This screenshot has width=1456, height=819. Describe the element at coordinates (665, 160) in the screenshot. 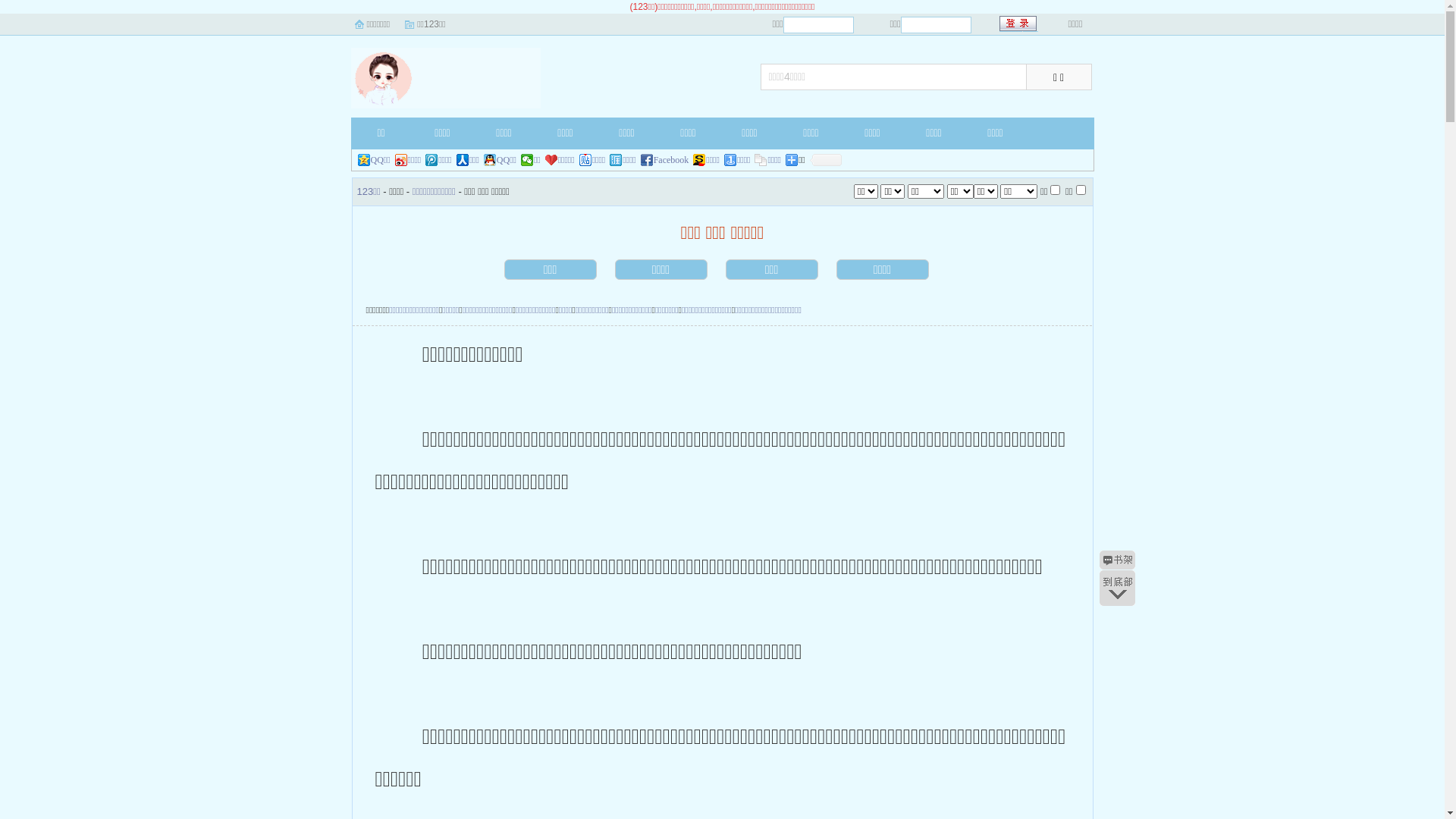

I see `'Facebook'` at that location.